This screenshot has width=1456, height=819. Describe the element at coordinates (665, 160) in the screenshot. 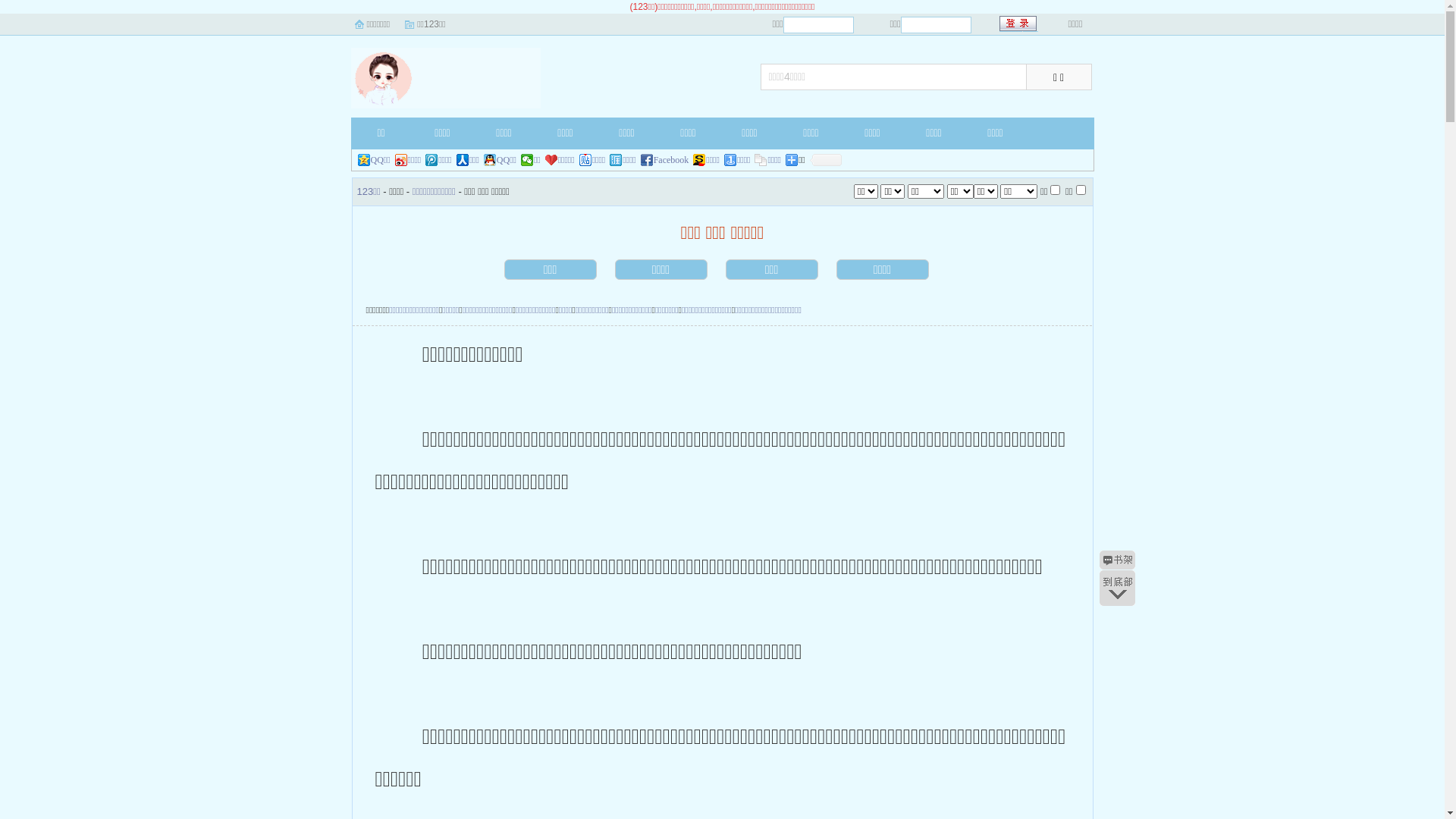

I see `'Facebook'` at that location.